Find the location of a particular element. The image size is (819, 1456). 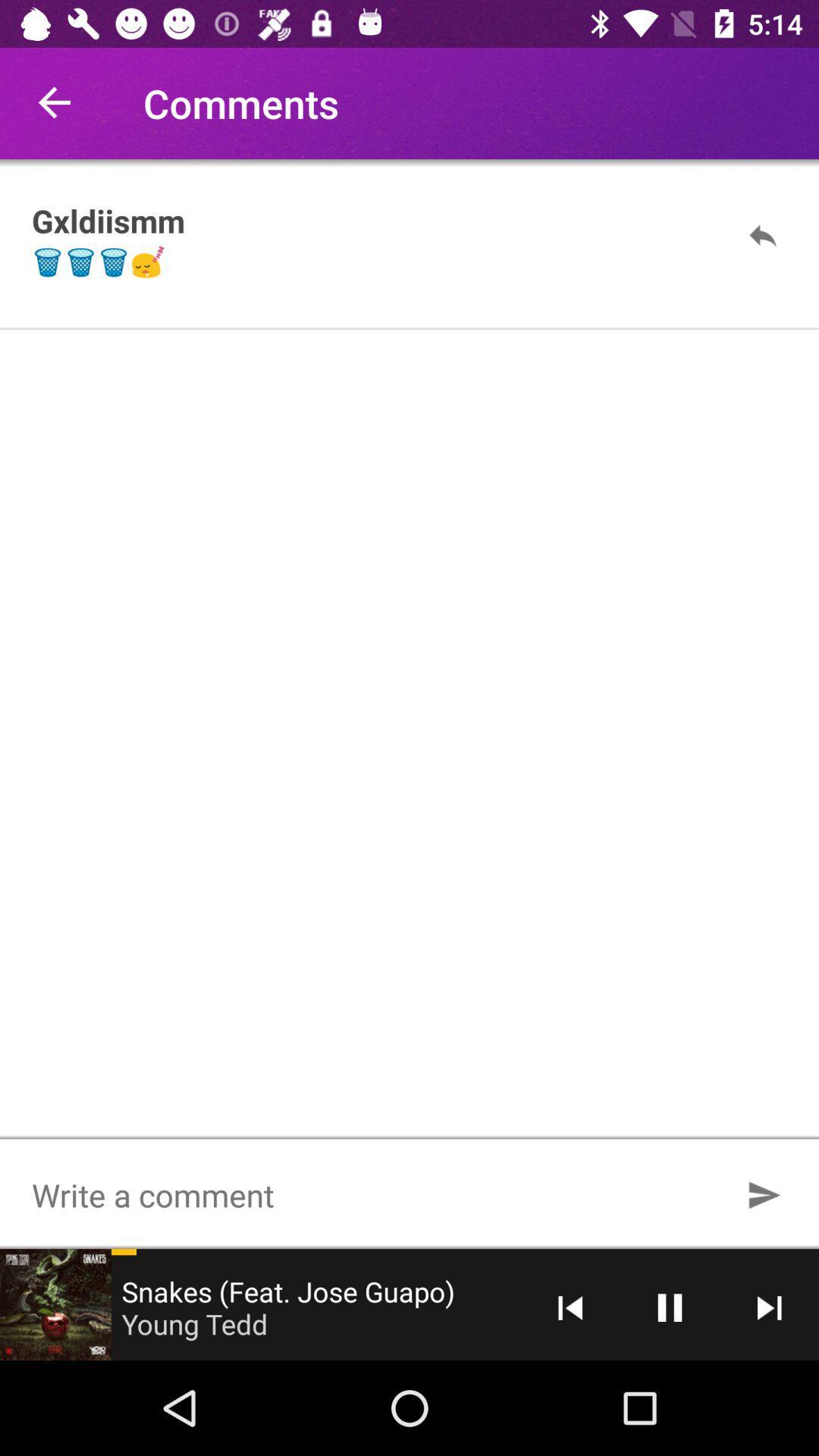

app next to comments icon is located at coordinates (55, 102).